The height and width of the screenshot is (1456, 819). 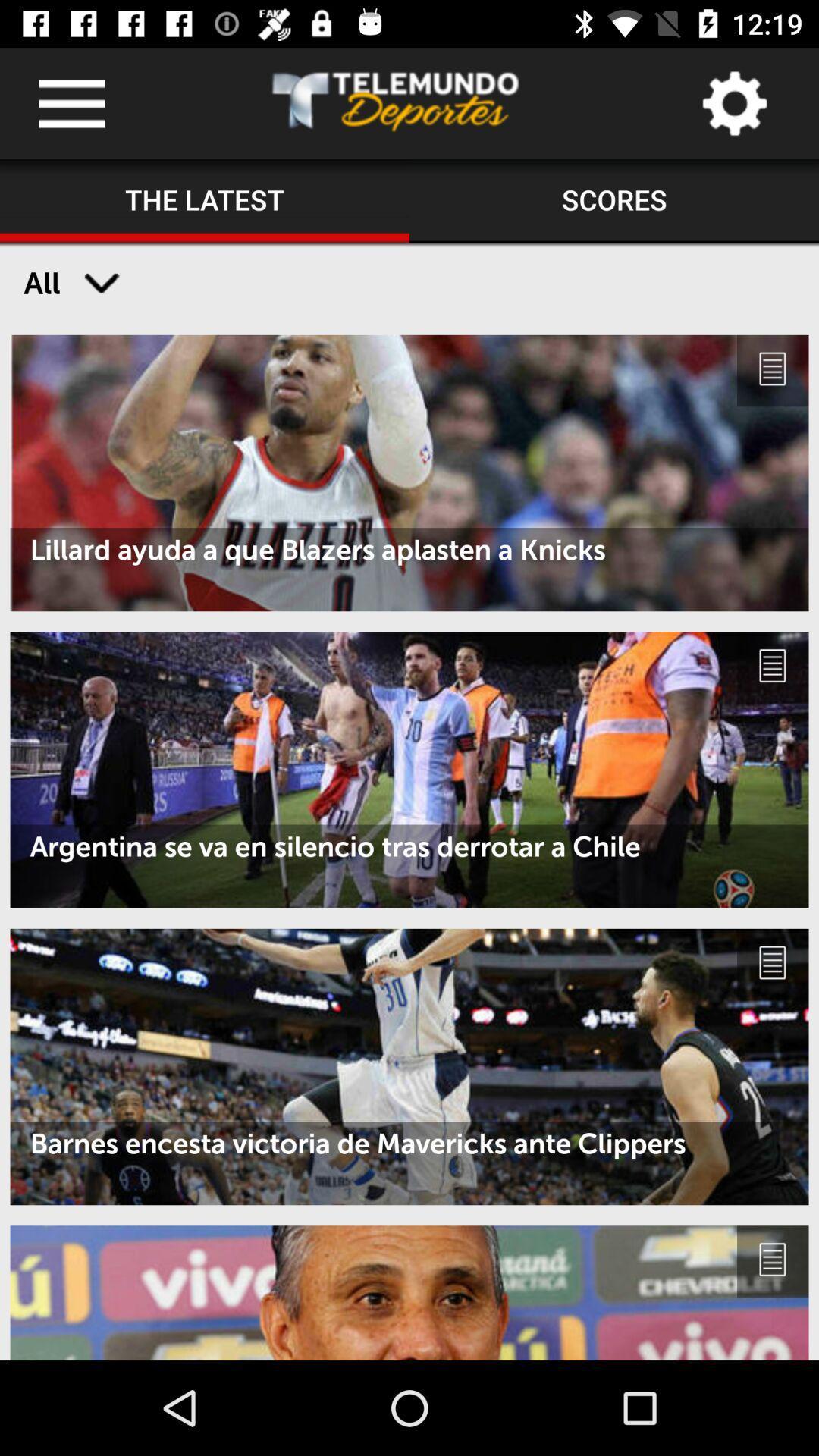 I want to click on the item to the right of the the latest, so click(x=614, y=200).